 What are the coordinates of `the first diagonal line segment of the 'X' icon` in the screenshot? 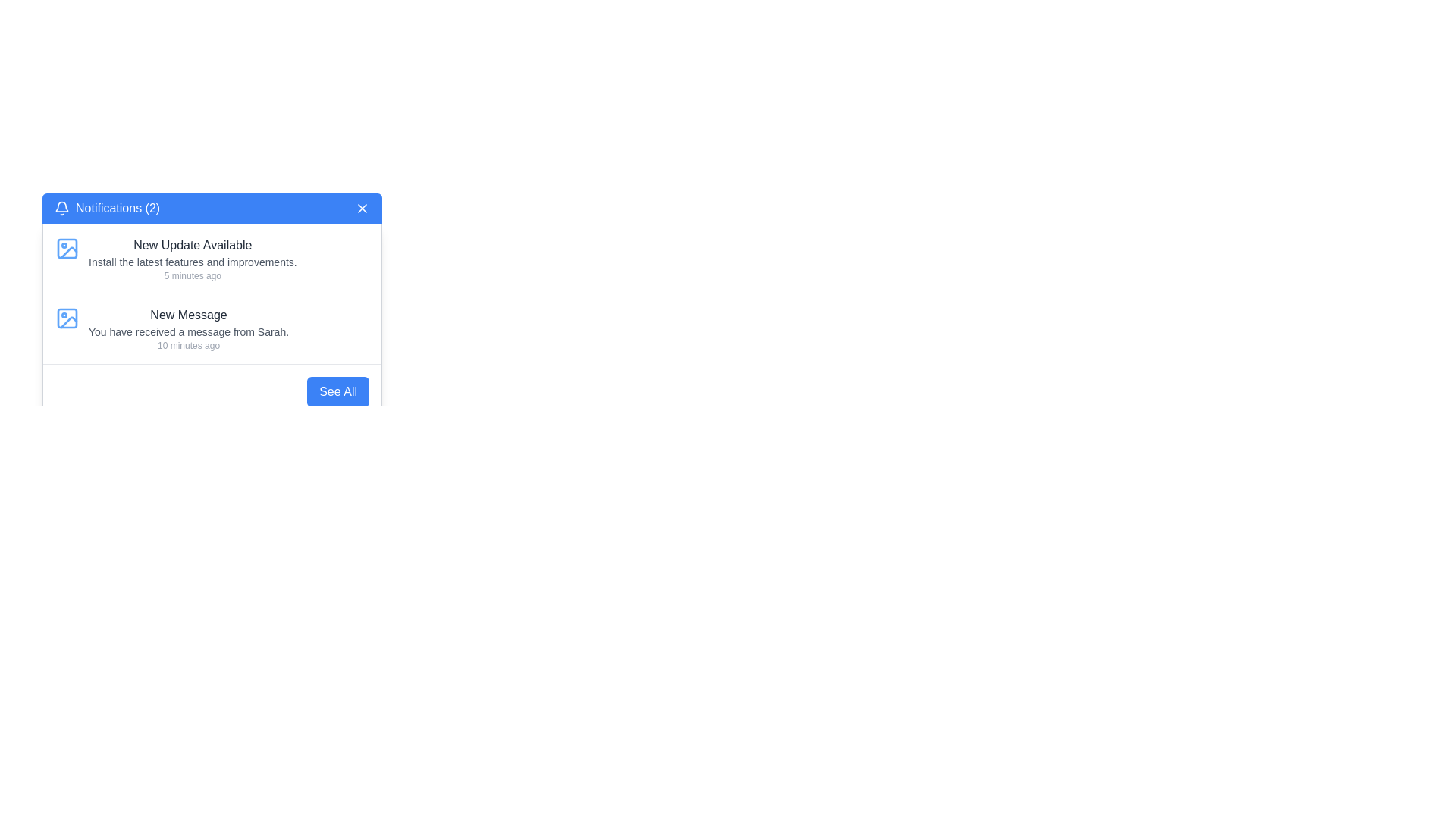 It's located at (362, 208).